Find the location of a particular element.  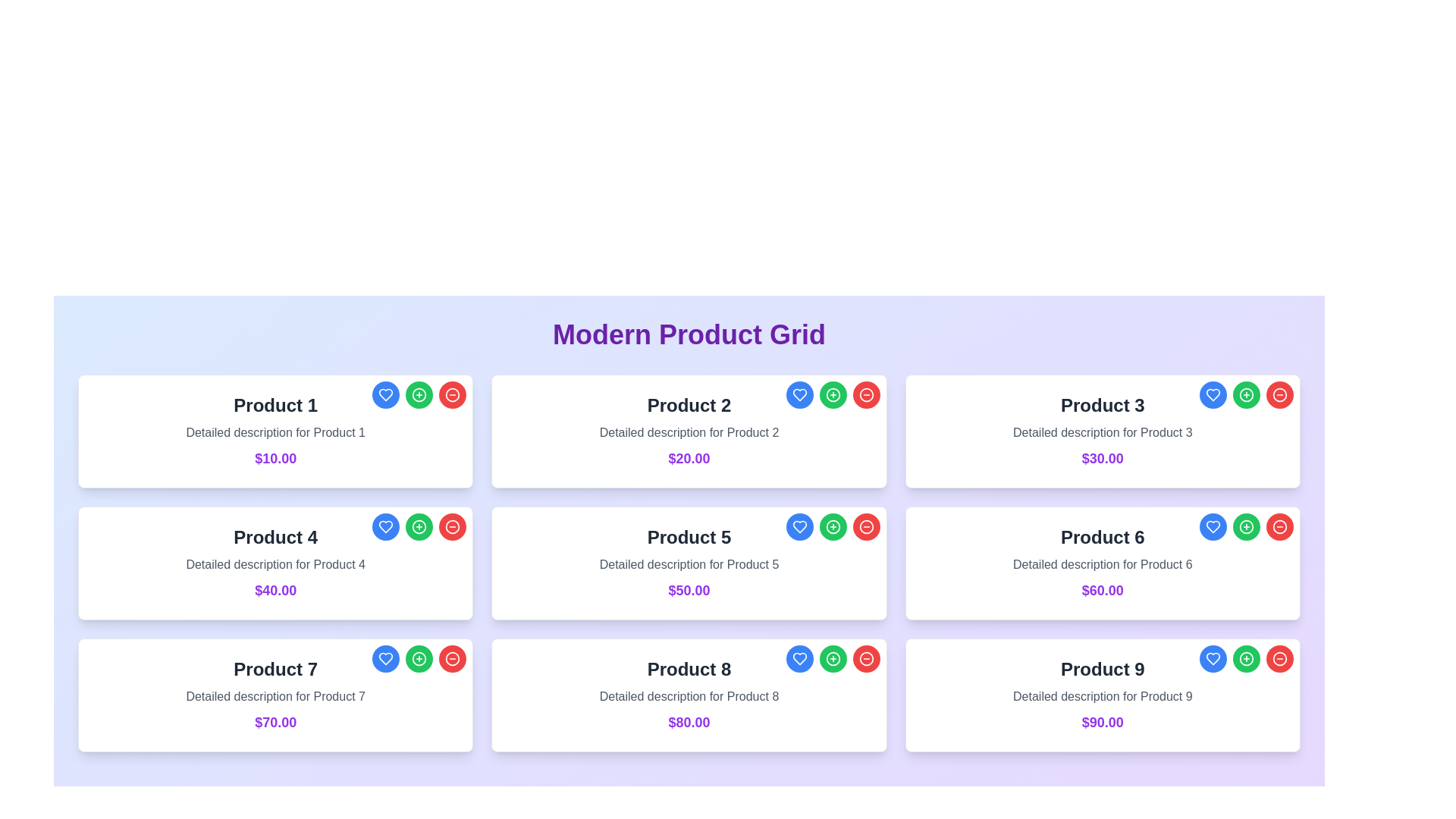

the text label displaying '$20.00' in bold purple font, located in the second card of the grid layout, below the 'Detailed description for Product 2' and above the action buttons is located at coordinates (688, 458).